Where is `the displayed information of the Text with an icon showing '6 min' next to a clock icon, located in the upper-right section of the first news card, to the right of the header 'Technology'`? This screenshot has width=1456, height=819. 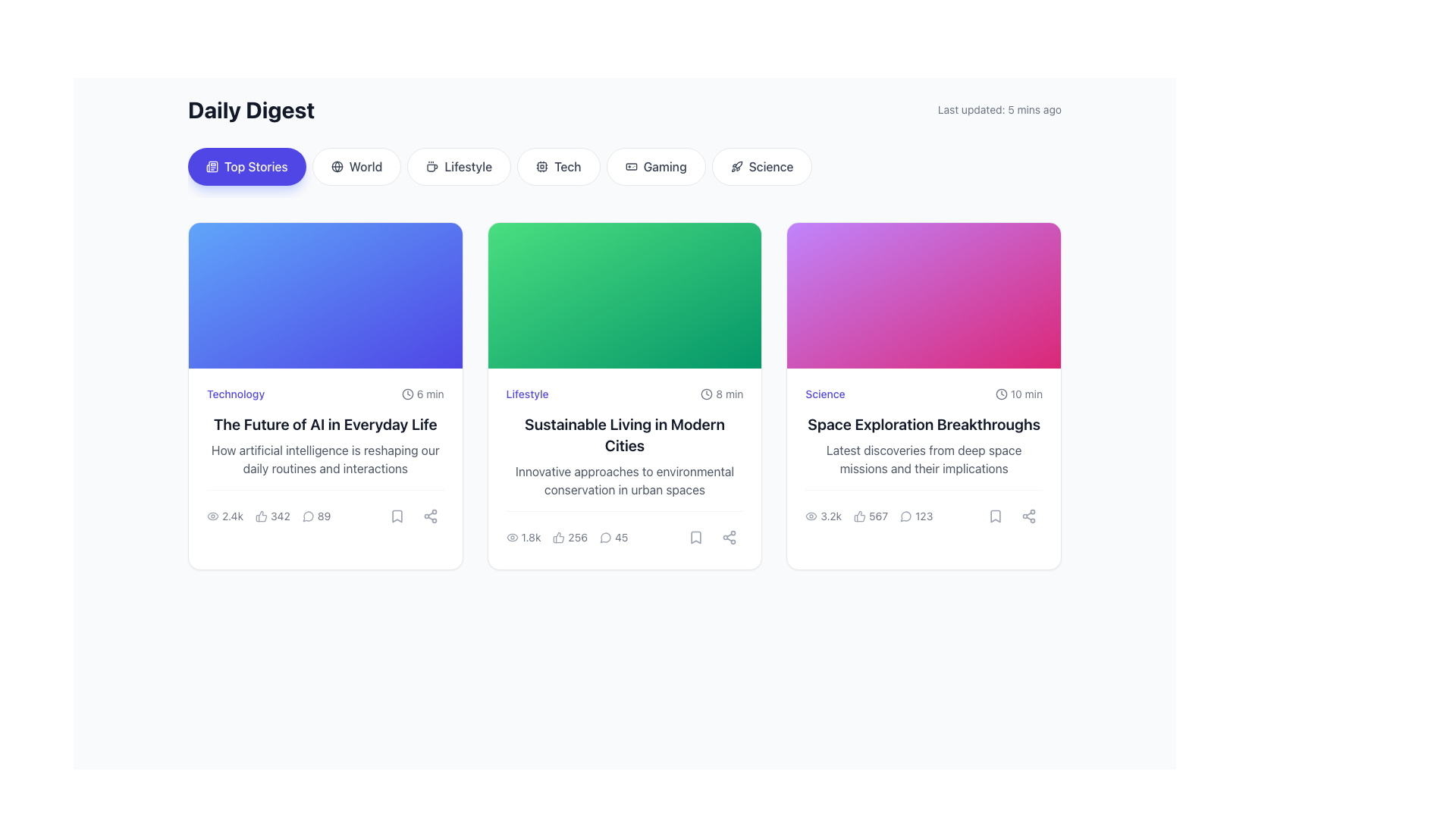
the displayed information of the Text with an icon showing '6 min' next to a clock icon, located in the upper-right section of the first news card, to the right of the header 'Technology' is located at coordinates (422, 394).